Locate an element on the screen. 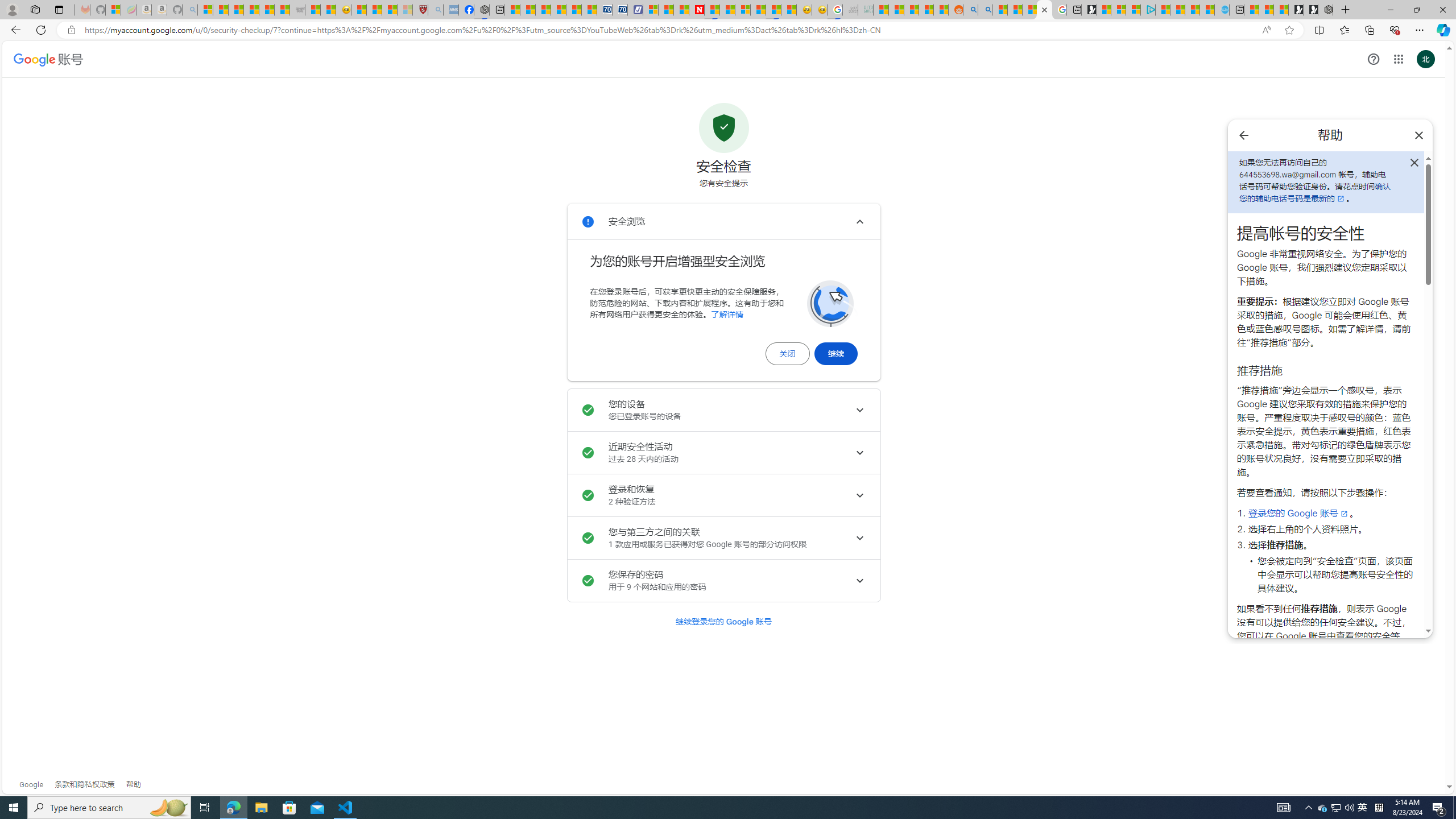  'Class: gb_E' is located at coordinates (1398, 59).